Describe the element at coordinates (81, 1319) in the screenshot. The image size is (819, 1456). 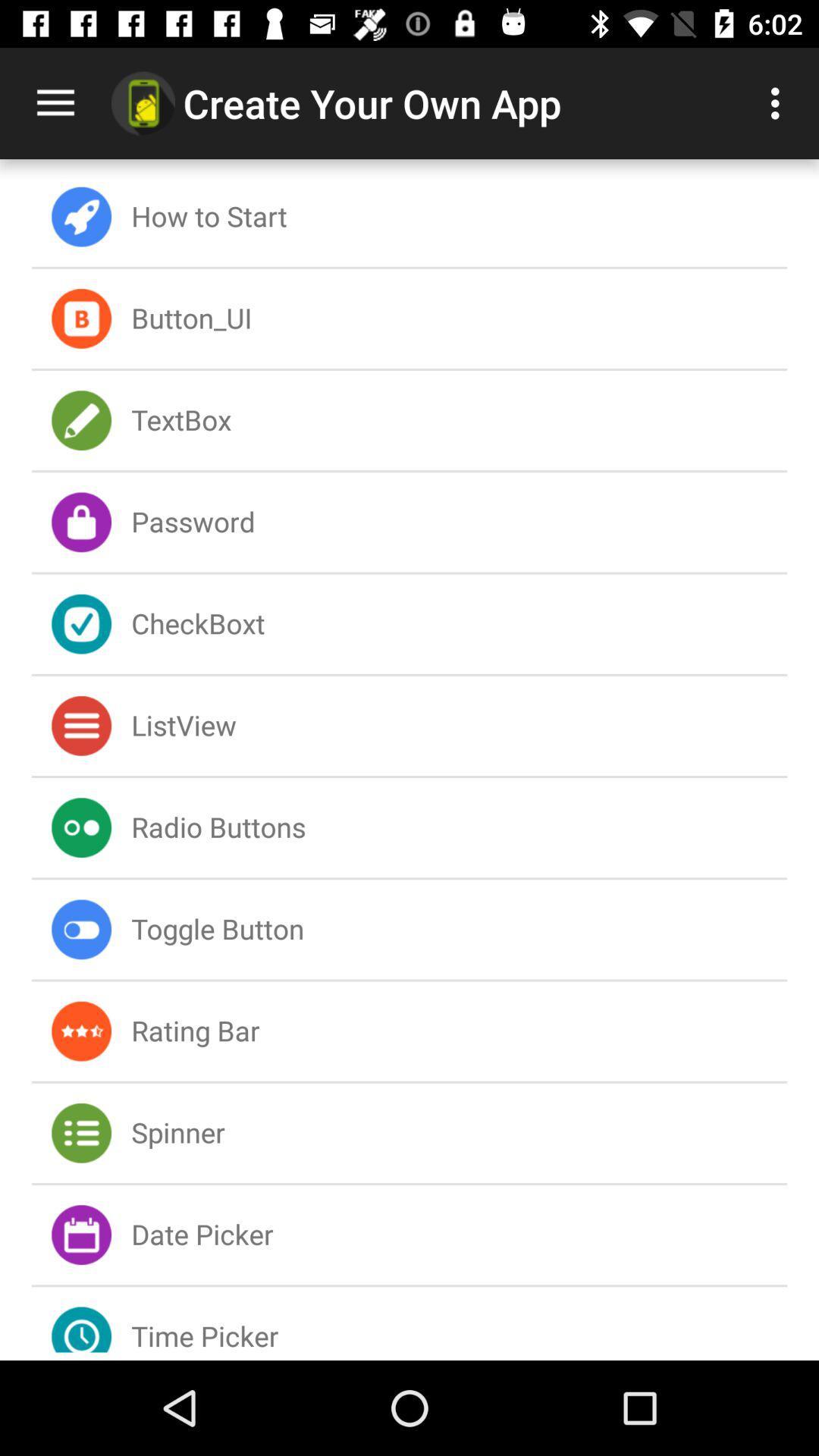
I see `icon beside time picker` at that location.